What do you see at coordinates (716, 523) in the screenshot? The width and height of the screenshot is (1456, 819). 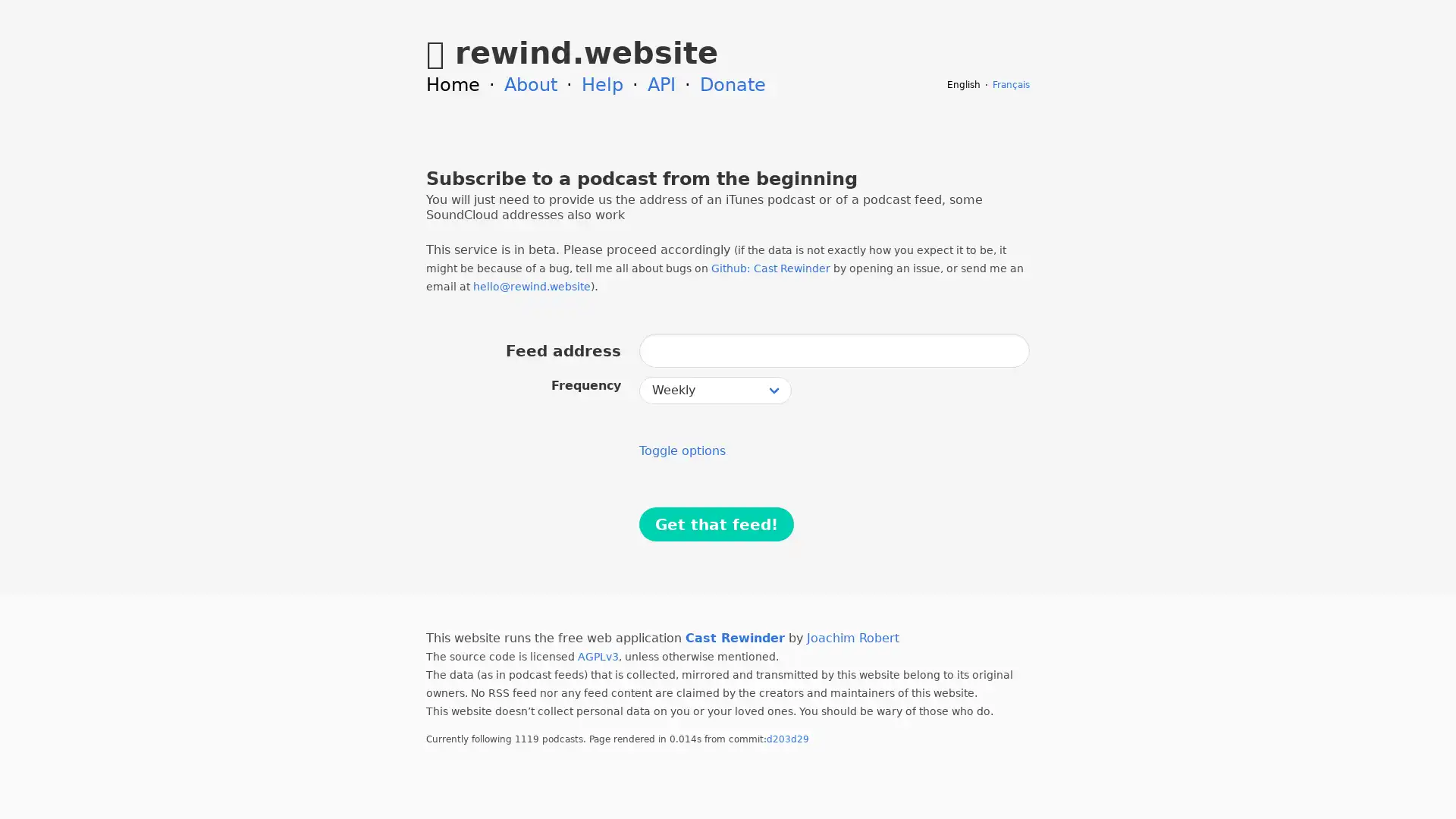 I see `Get that feed!` at bounding box center [716, 523].